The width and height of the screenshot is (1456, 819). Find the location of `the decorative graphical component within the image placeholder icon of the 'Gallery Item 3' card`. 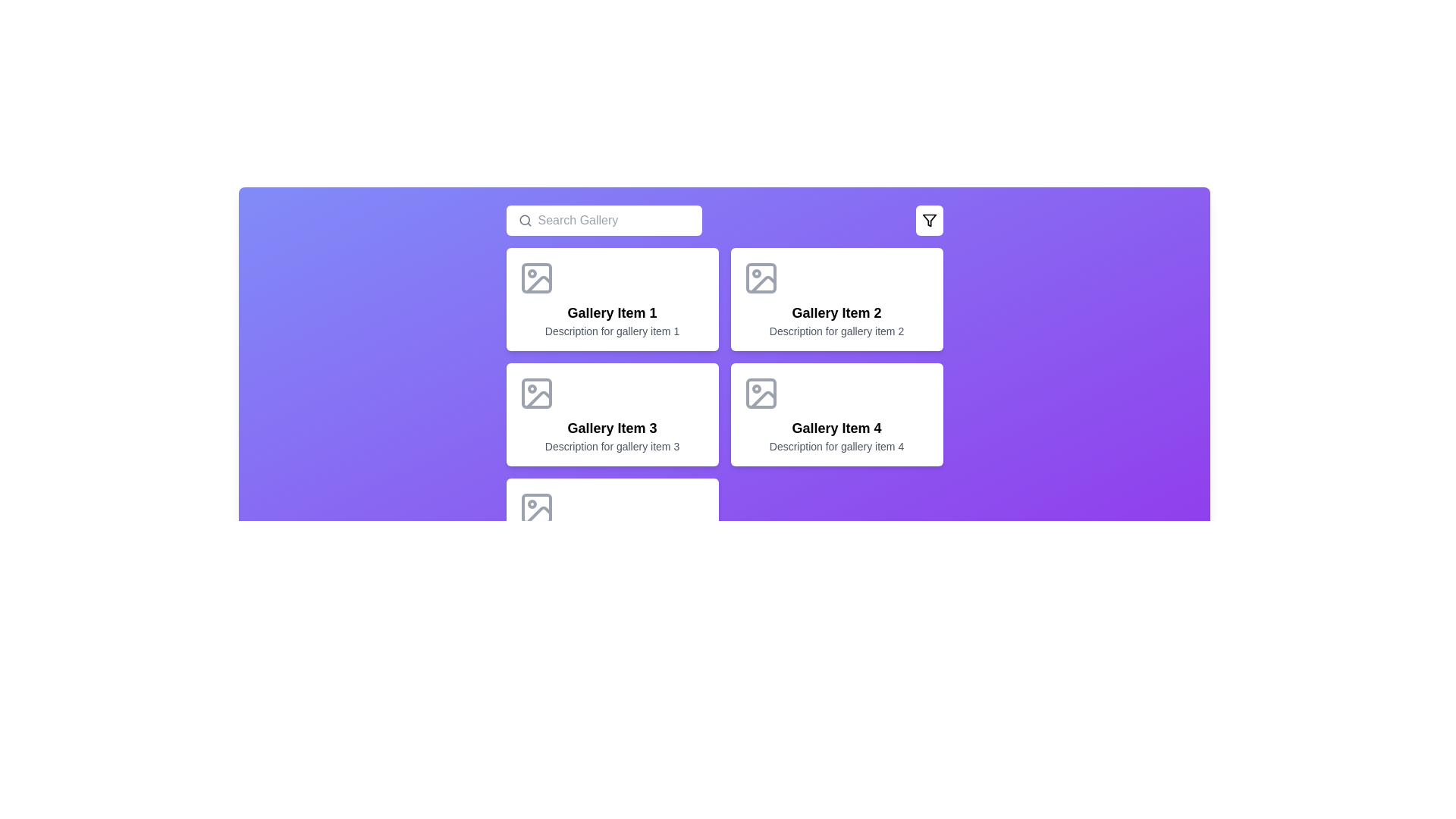

the decorative graphical component within the image placeholder icon of the 'Gallery Item 3' card is located at coordinates (536, 393).